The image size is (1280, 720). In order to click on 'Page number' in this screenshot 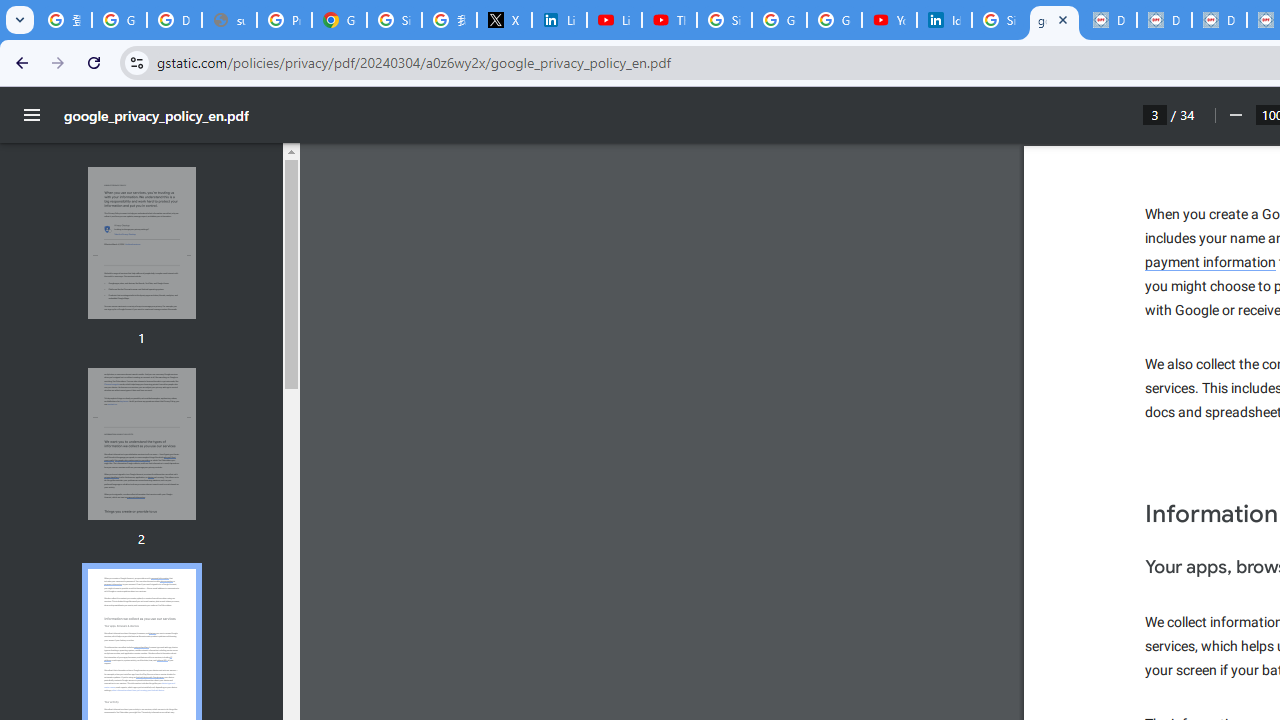, I will do `click(1155, 114)`.